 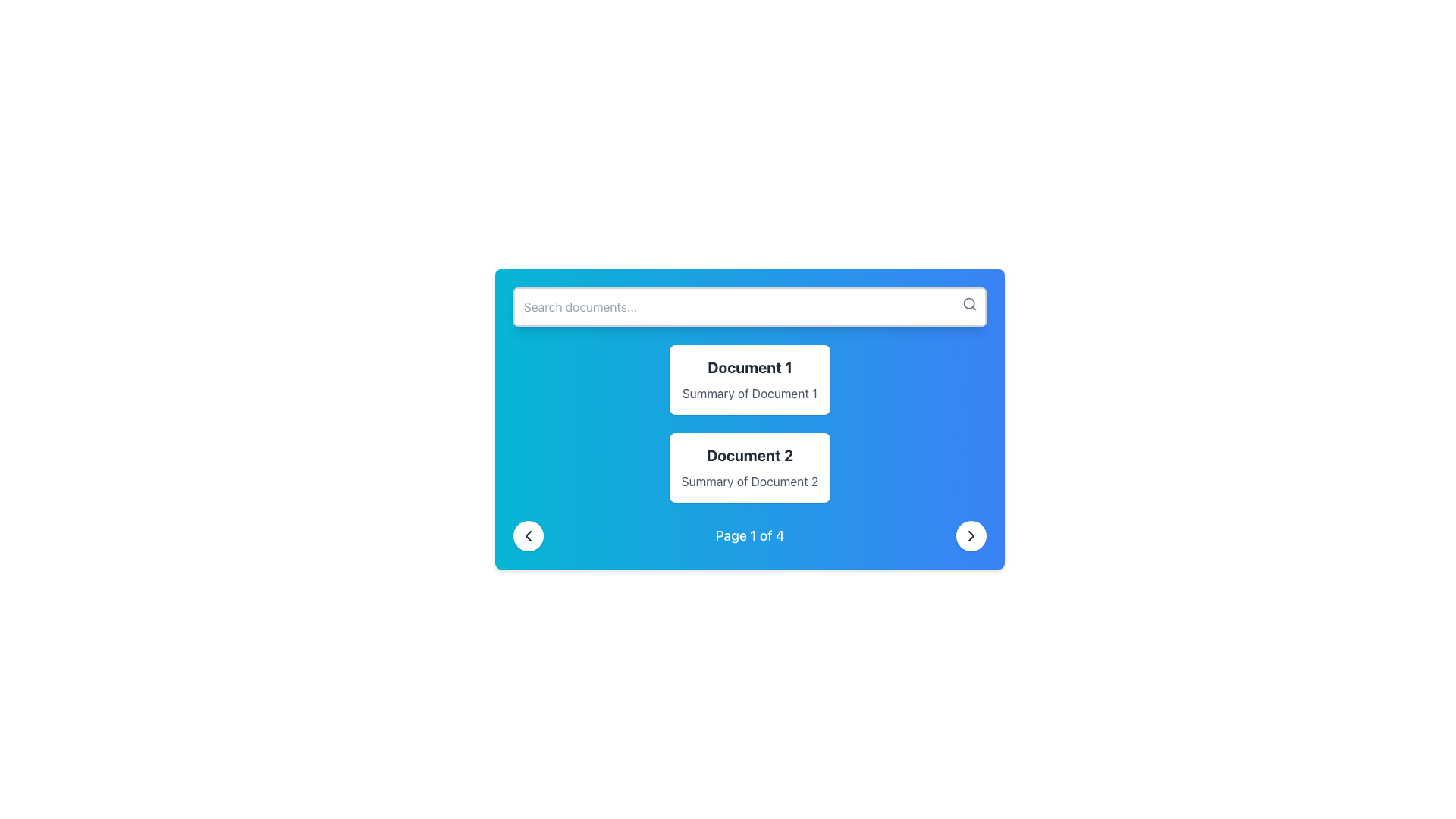 What do you see at coordinates (971, 535) in the screenshot?
I see `the rightward chevron vector graphic in the bottom-right corner of the blue panel` at bounding box center [971, 535].